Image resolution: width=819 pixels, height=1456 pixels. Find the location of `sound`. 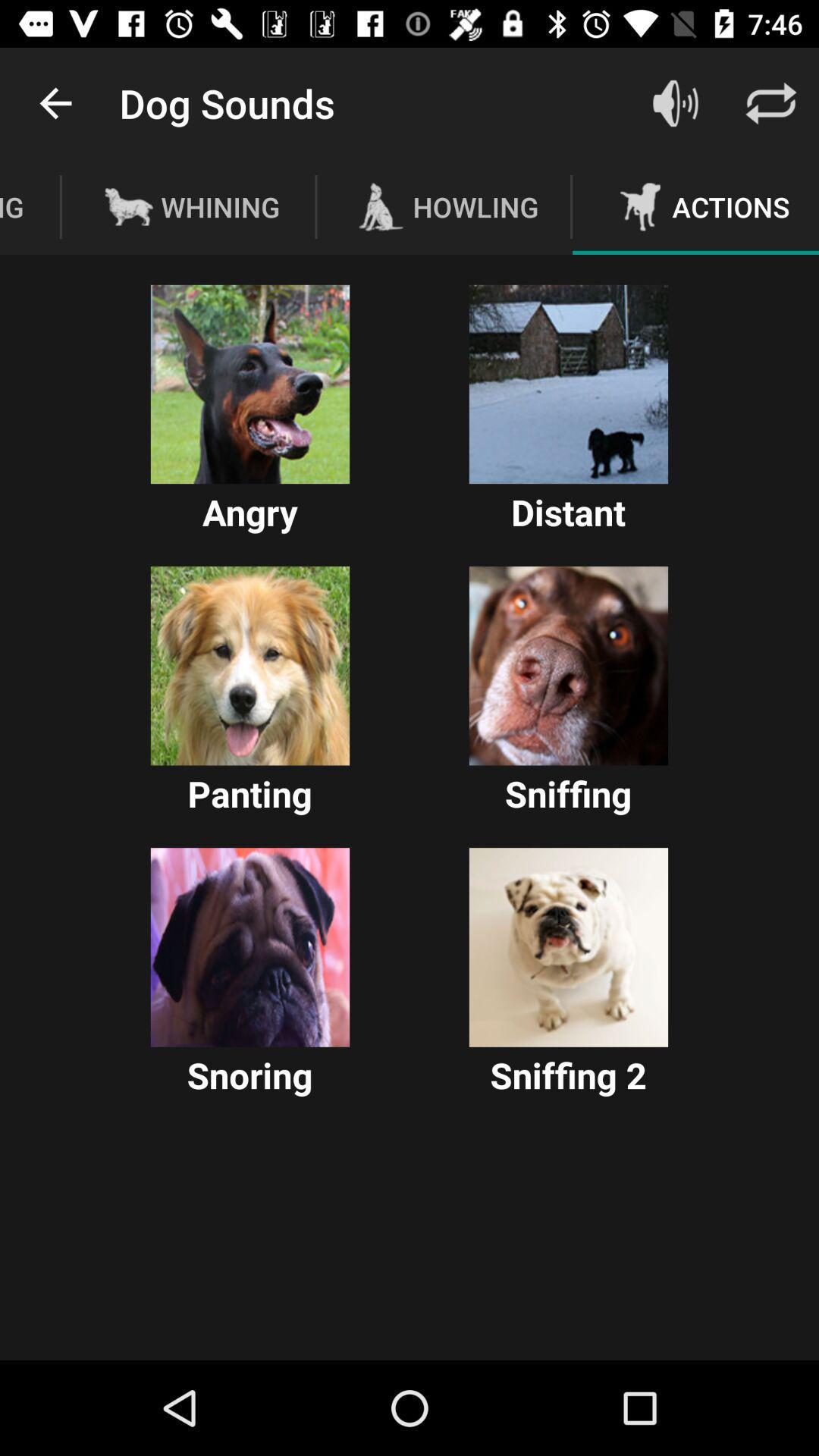

sound is located at coordinates (249, 946).